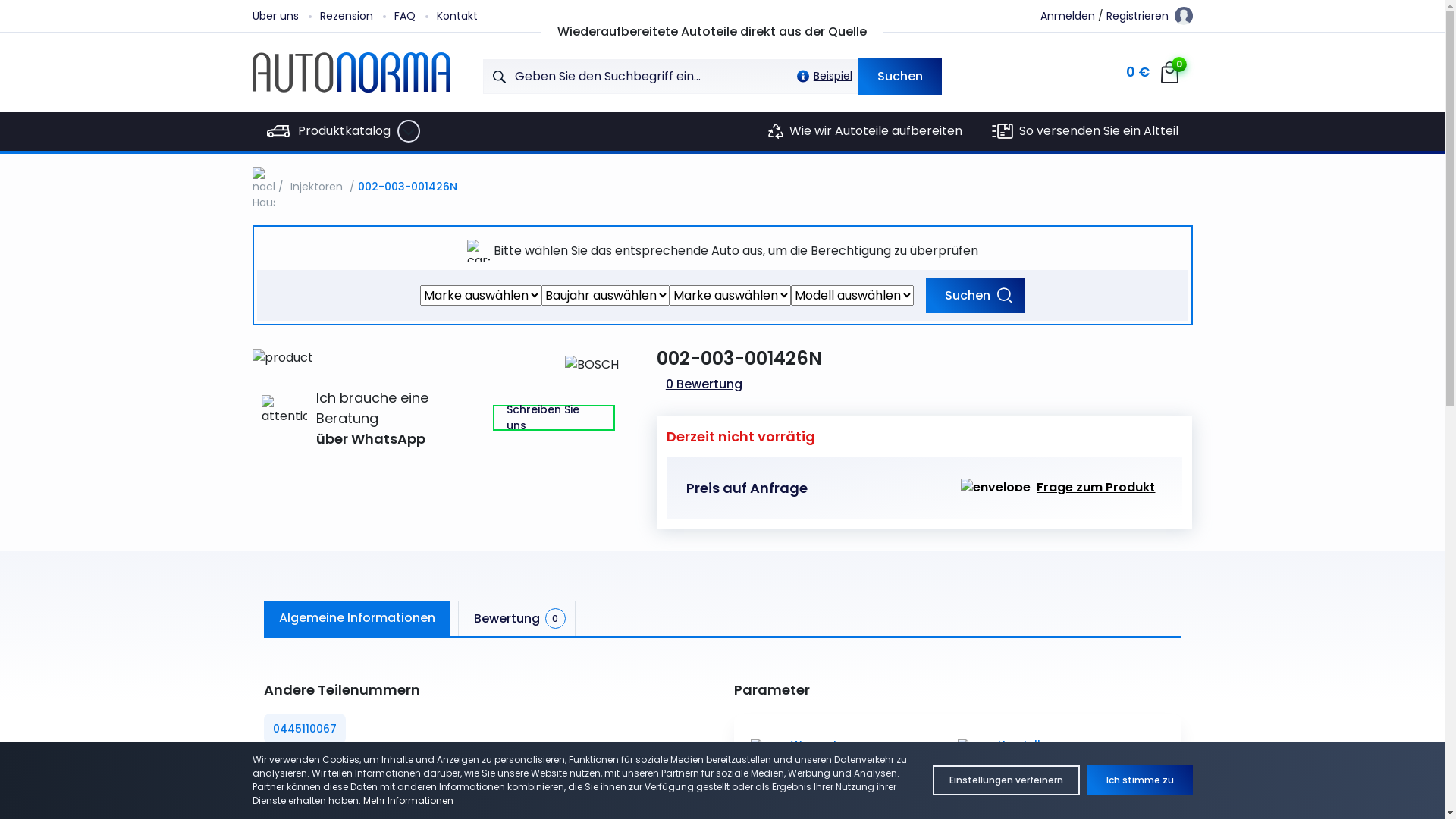  What do you see at coordinates (865, 130) in the screenshot?
I see `'Wie wir Autoteile aufbereiten'` at bounding box center [865, 130].